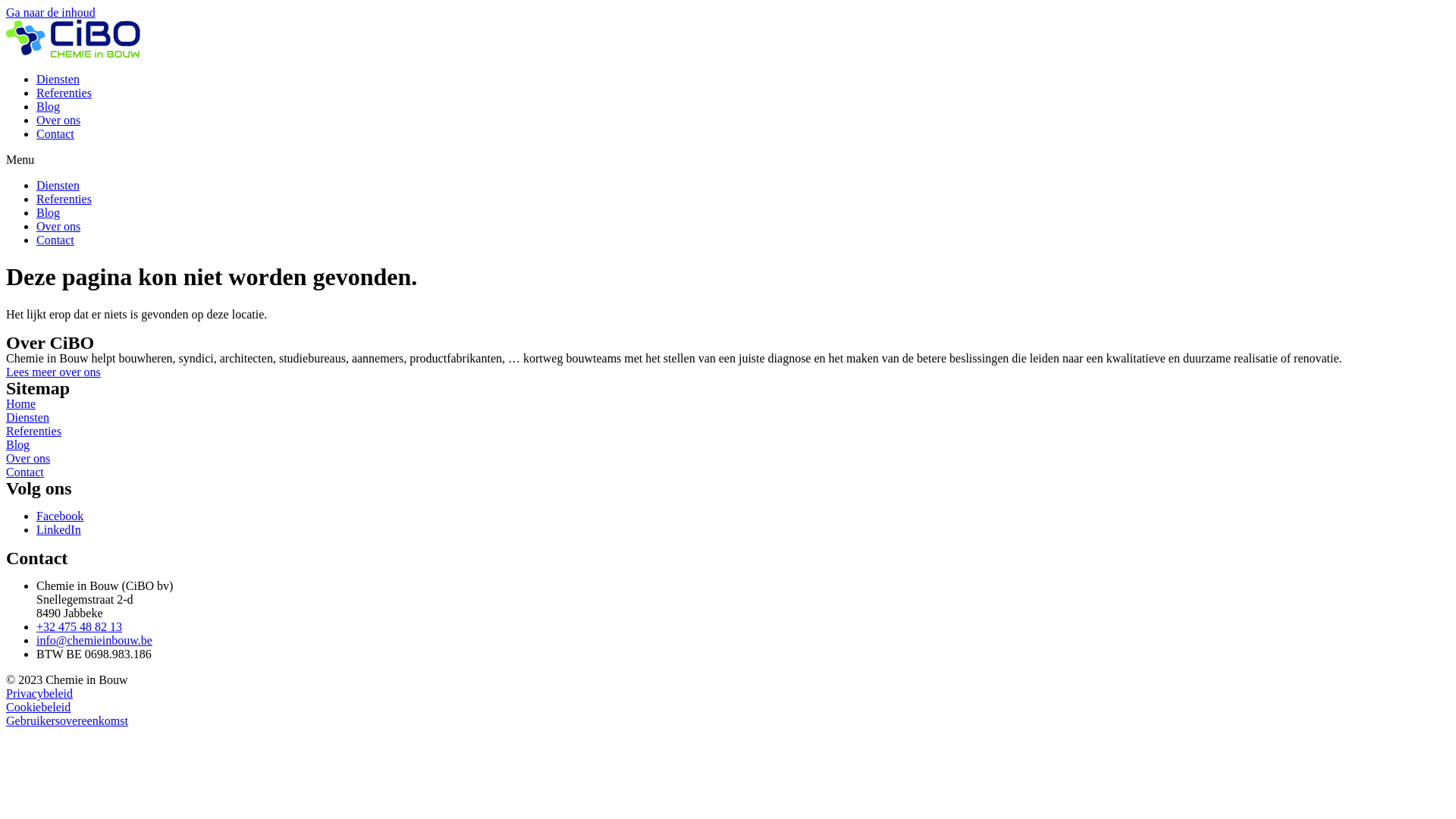  What do you see at coordinates (58, 79) in the screenshot?
I see `'Diensten'` at bounding box center [58, 79].